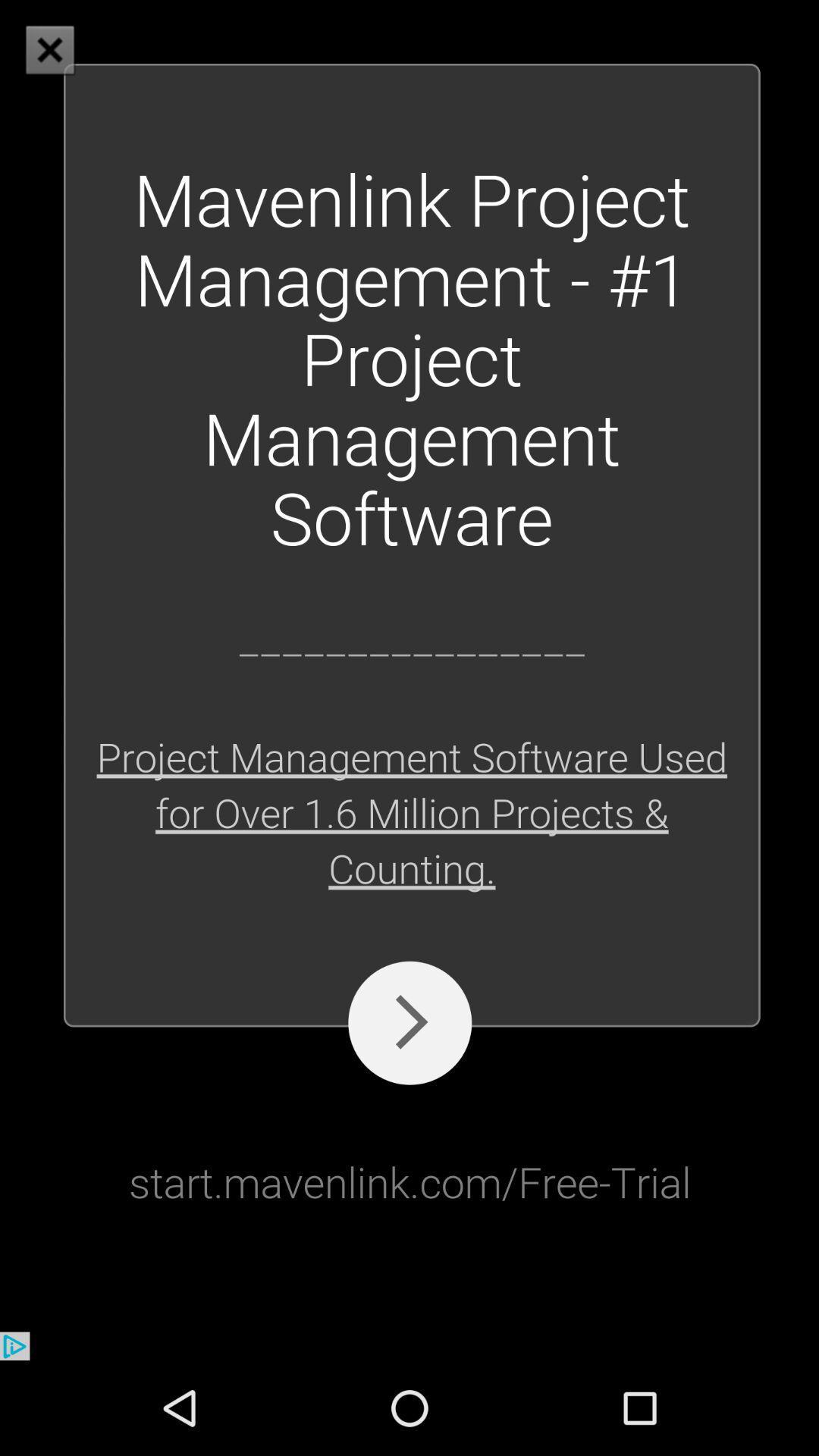  I want to click on the close icon, so click(69, 74).